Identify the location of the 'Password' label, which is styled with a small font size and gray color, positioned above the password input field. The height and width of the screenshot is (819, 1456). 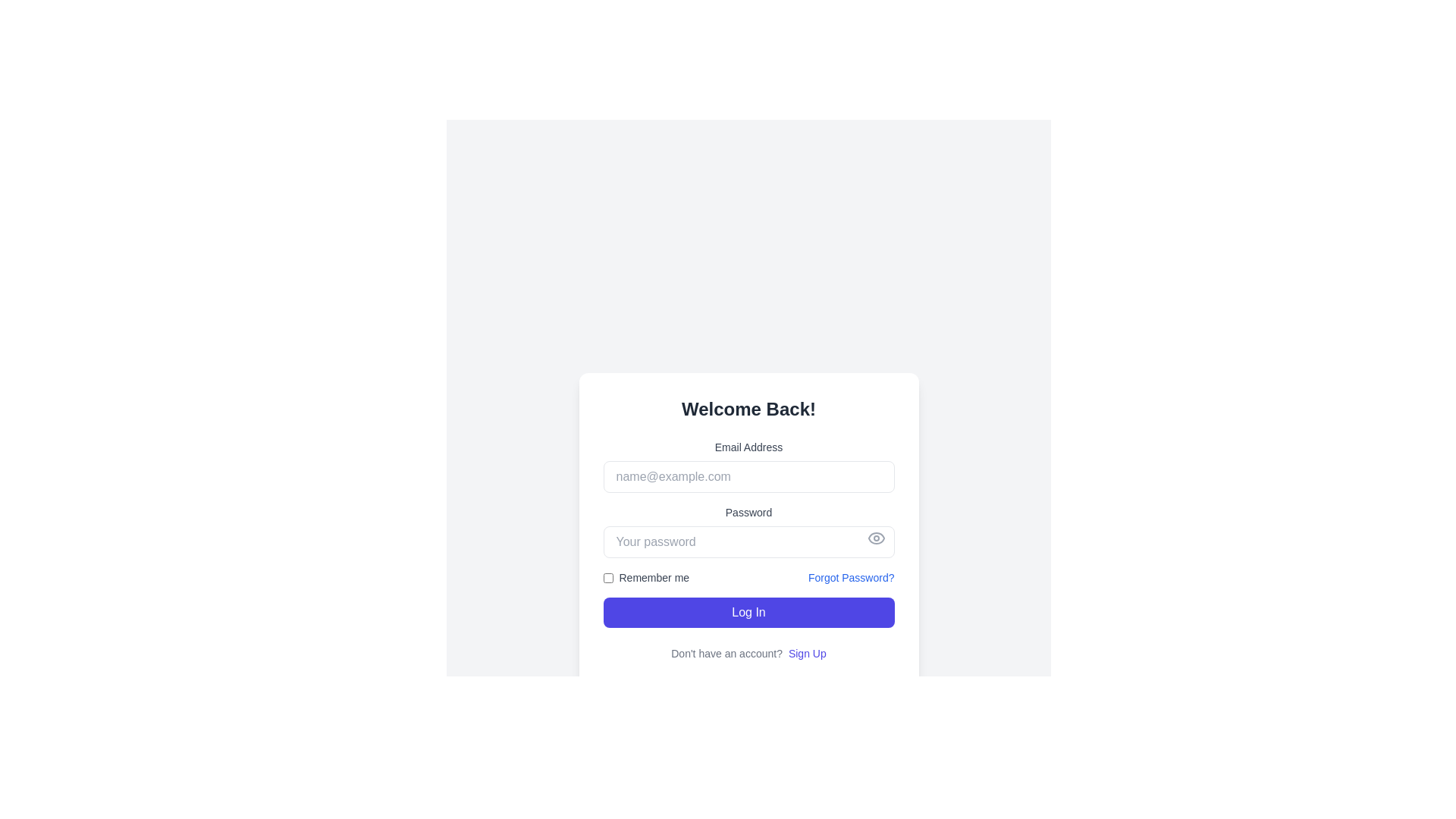
(748, 512).